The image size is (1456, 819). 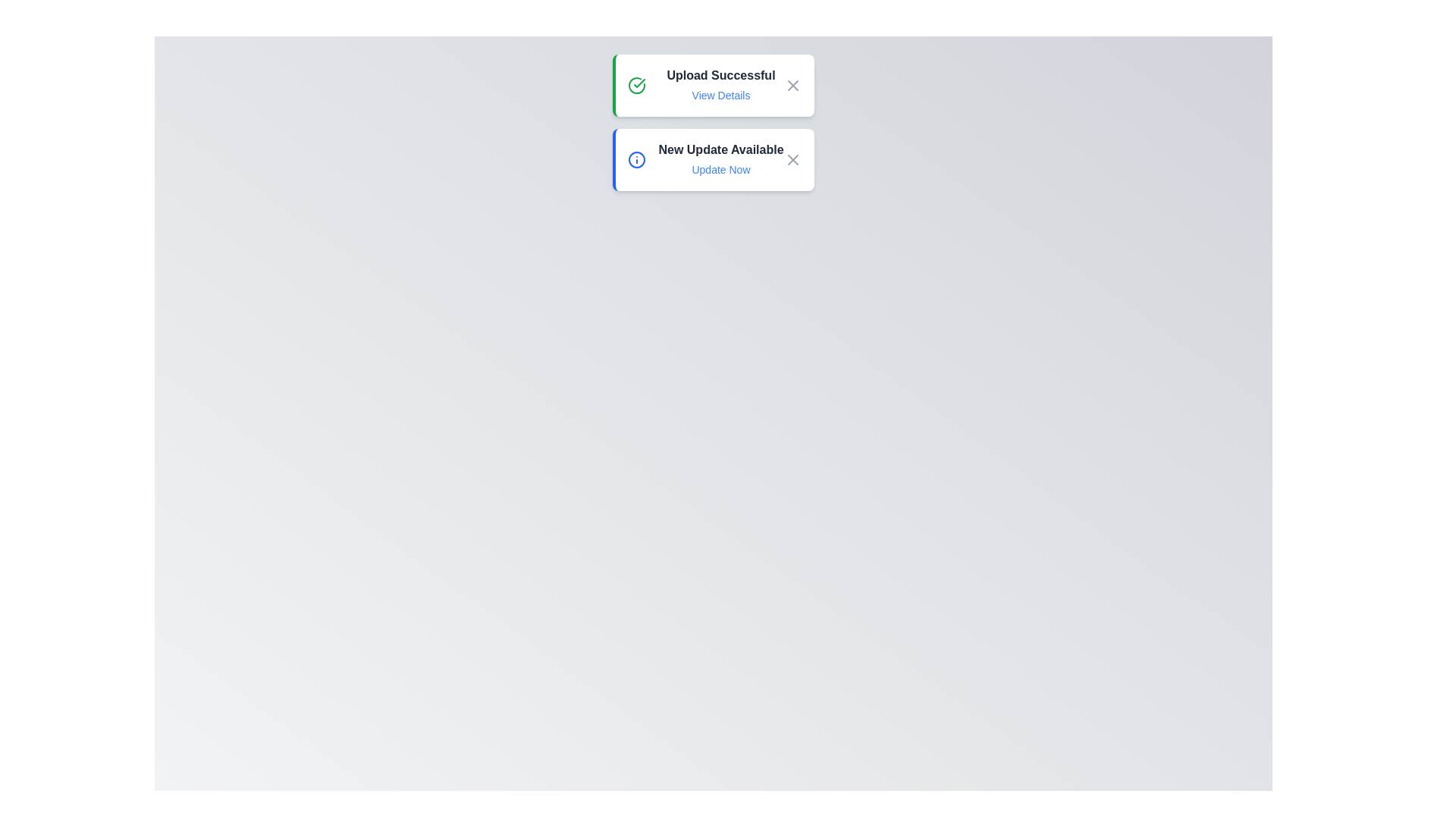 I want to click on the alert with the message New Update Available, so click(x=712, y=160).